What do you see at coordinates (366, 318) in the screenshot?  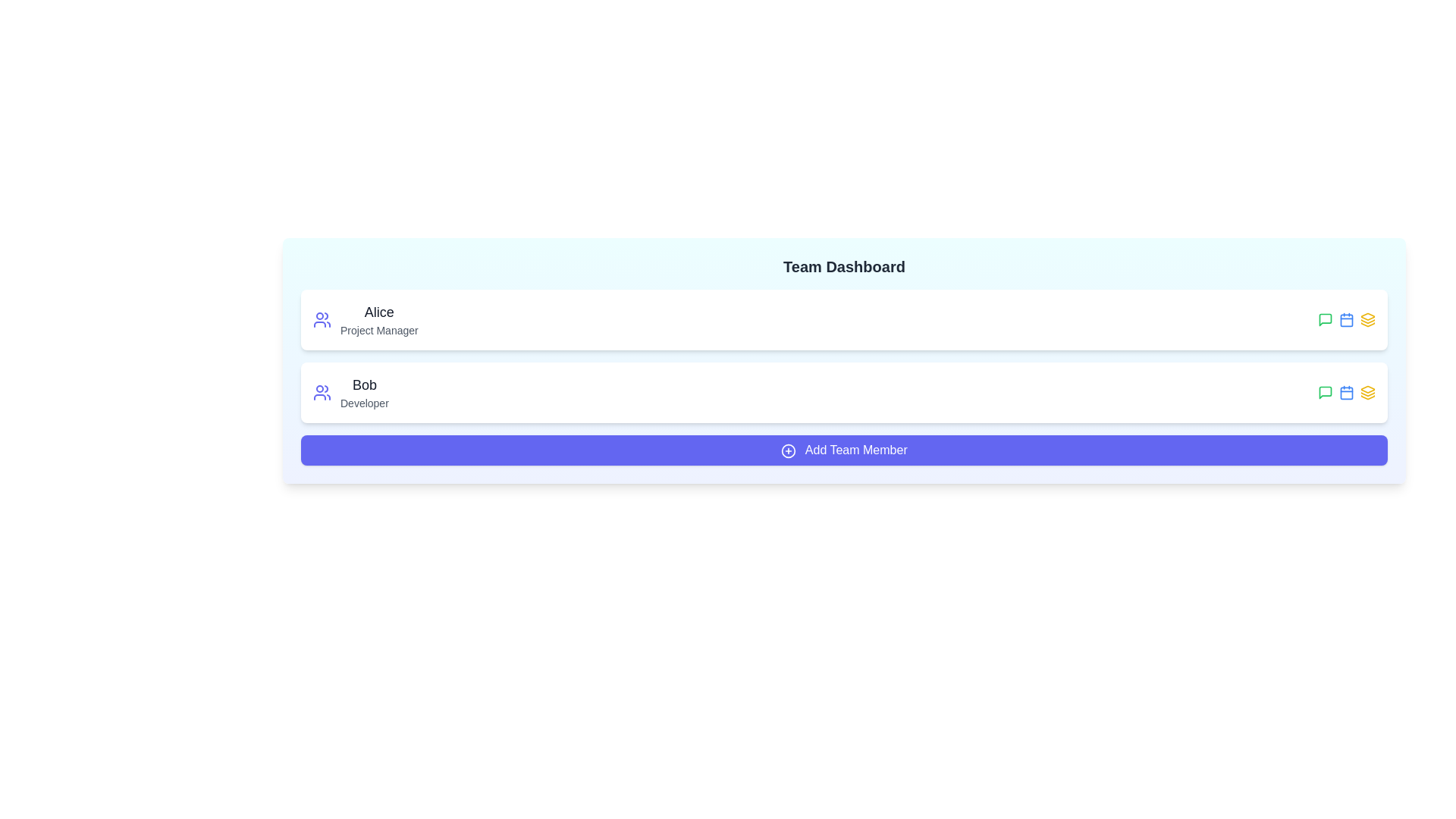 I see `the Profile card for 'Alice', which features a bold name and a gray title` at bounding box center [366, 318].